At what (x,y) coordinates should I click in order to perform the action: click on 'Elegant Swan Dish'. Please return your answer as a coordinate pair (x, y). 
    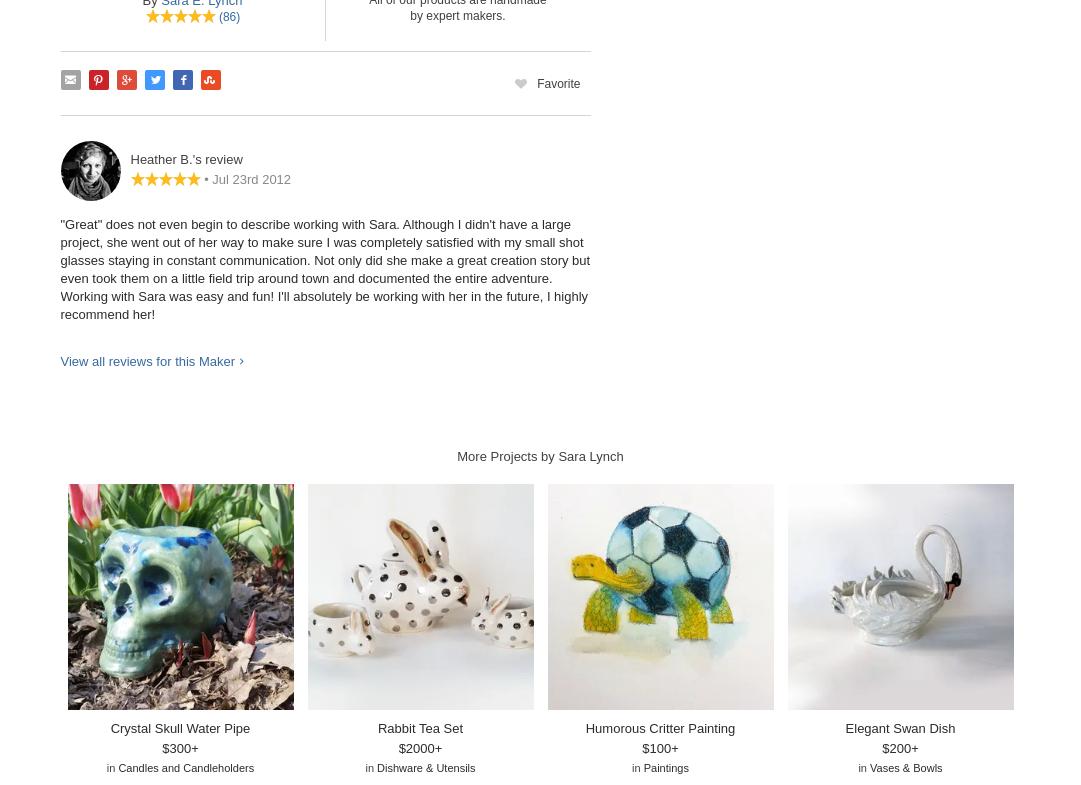
    Looking at the image, I should click on (900, 727).